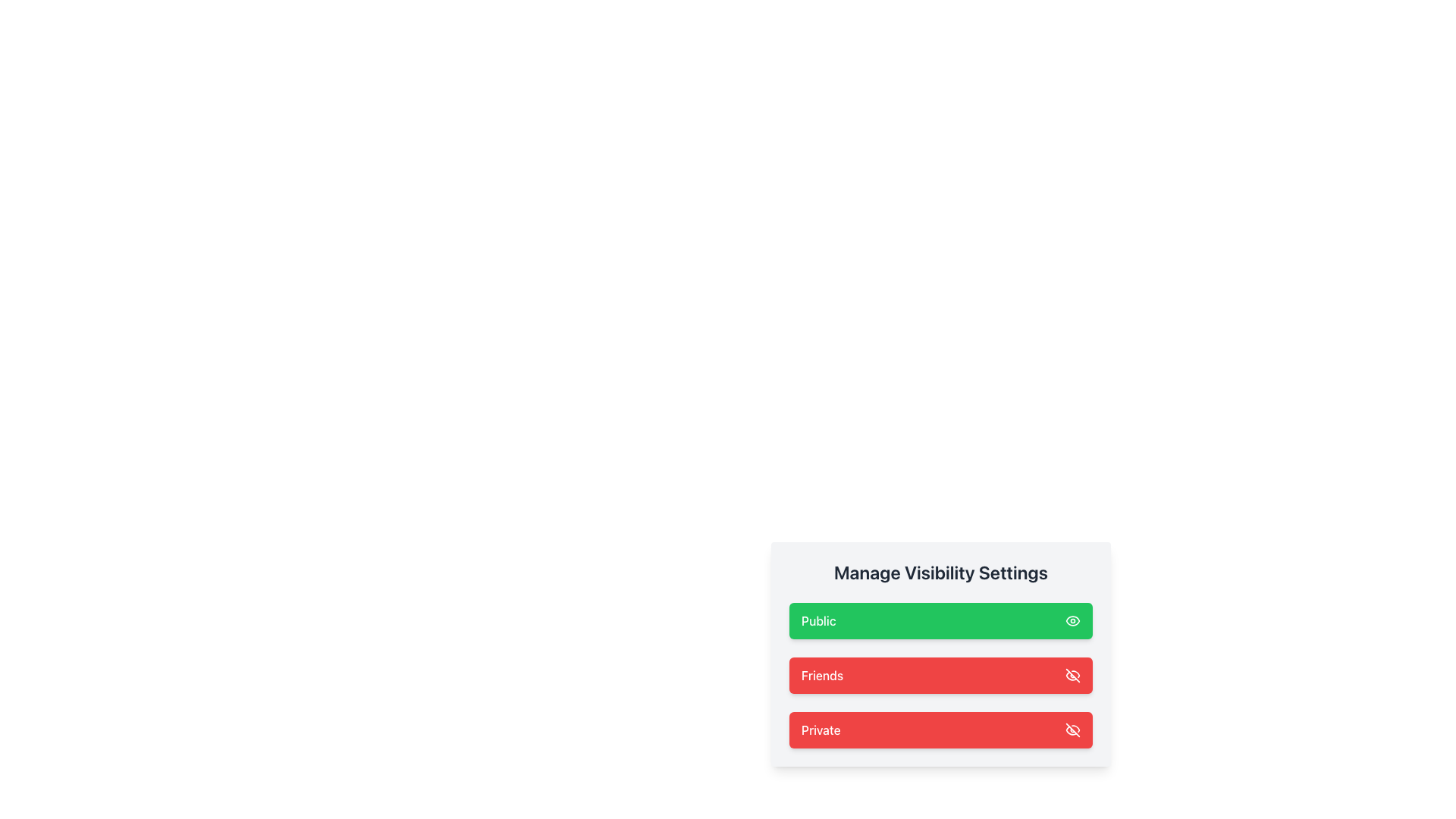  What do you see at coordinates (940, 730) in the screenshot?
I see `the 'Private' button, which is a rectangular button with rounded edges, bright red color, and white text, located at the bottom of a vertical list of buttons in a card-like interface` at bounding box center [940, 730].